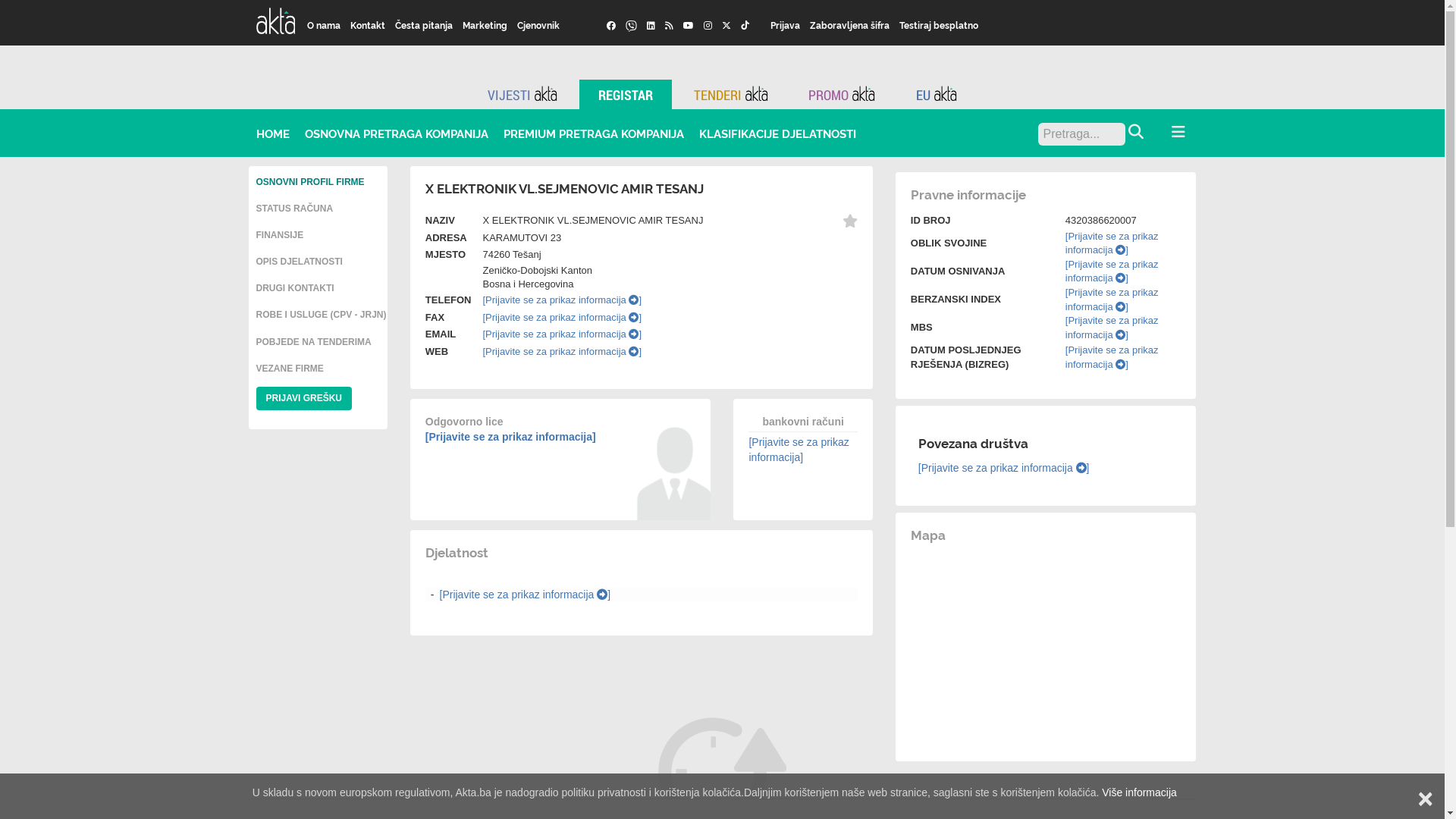 This screenshot has height=819, width=1456. Describe the element at coordinates (299, 260) in the screenshot. I see `'OPIS DJELATNOSTI'` at that location.